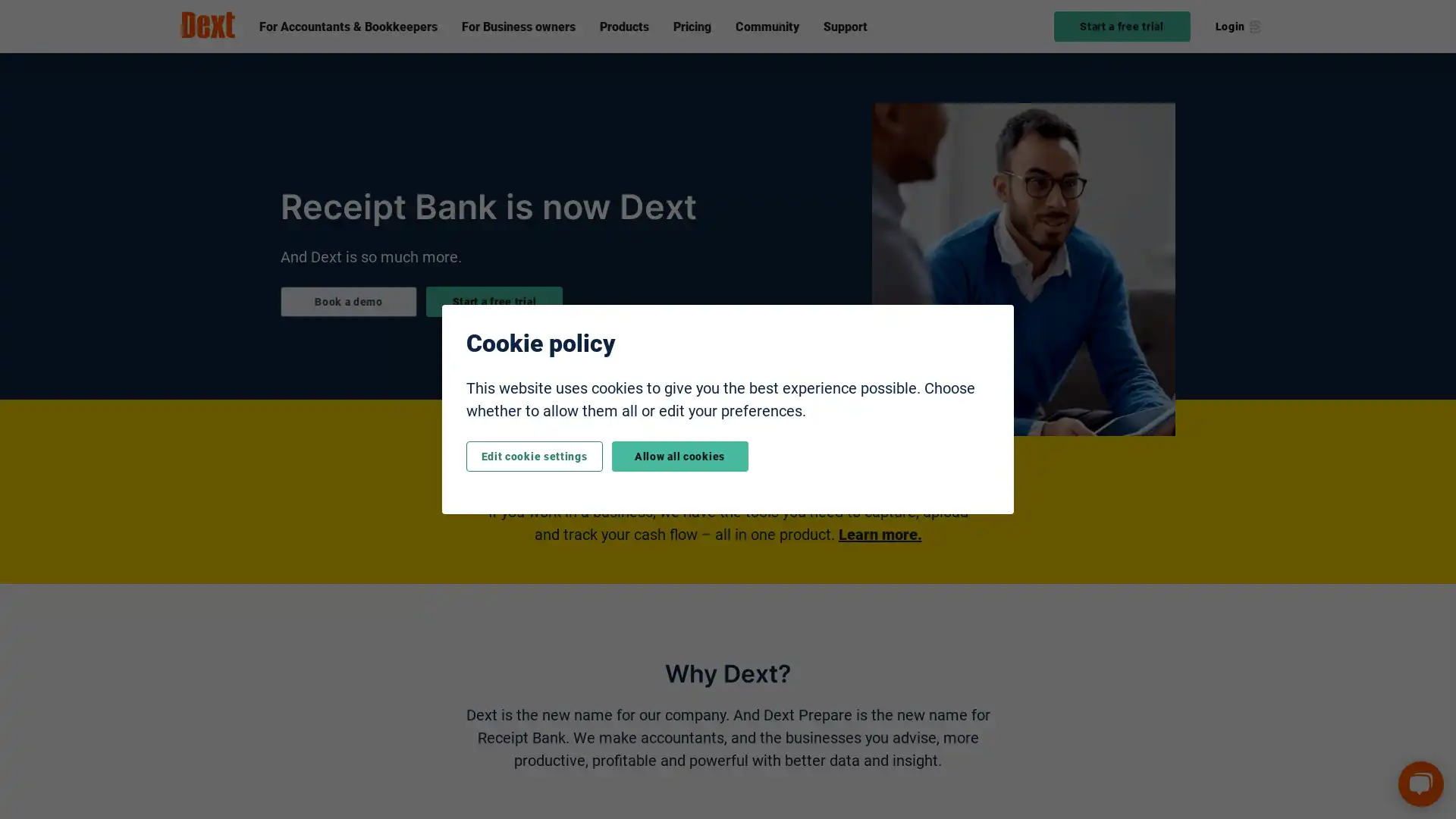  Describe the element at coordinates (534, 455) in the screenshot. I see `Edit cookie settings` at that location.